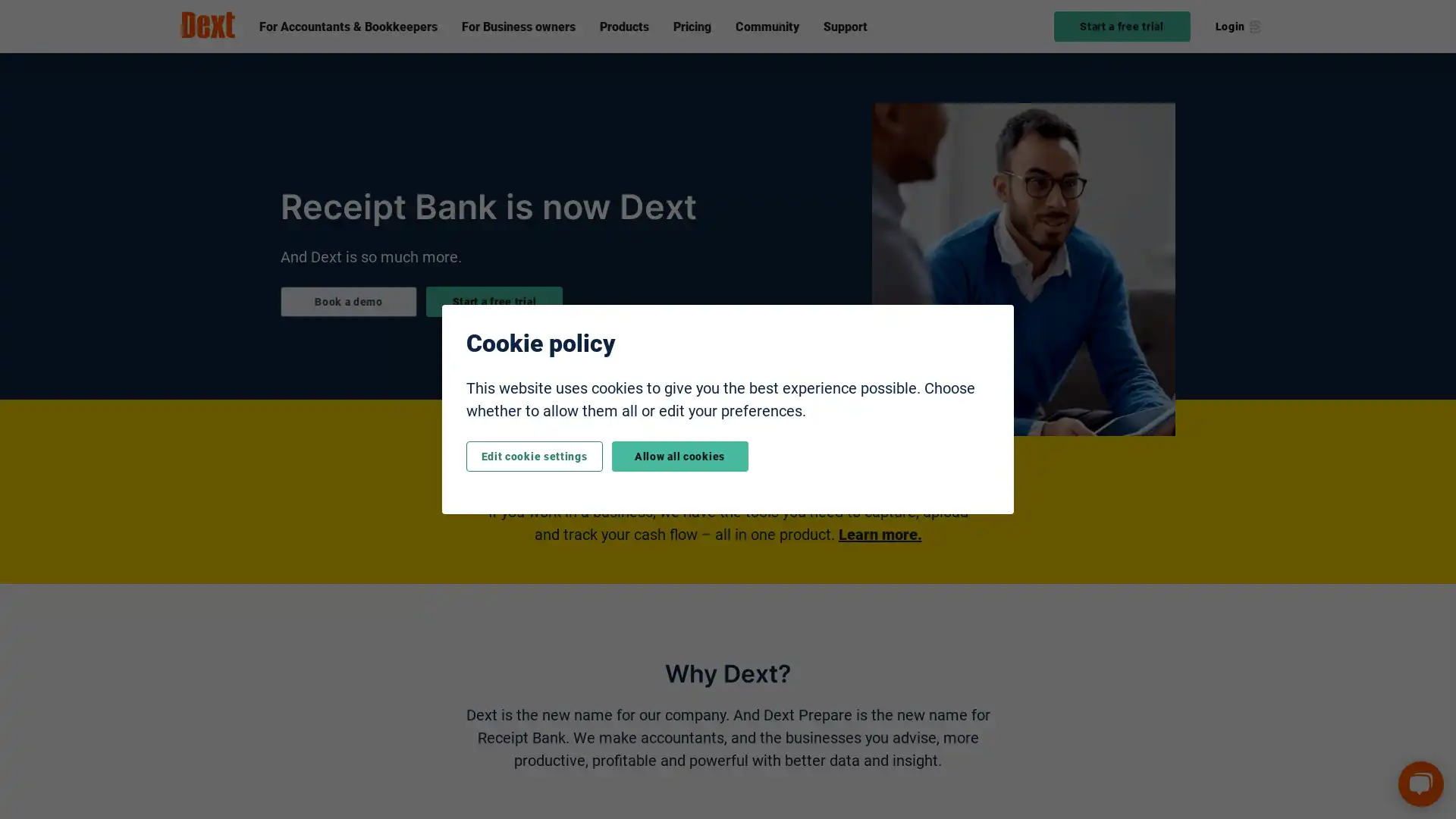  Describe the element at coordinates (534, 455) in the screenshot. I see `Edit cookie settings` at that location.